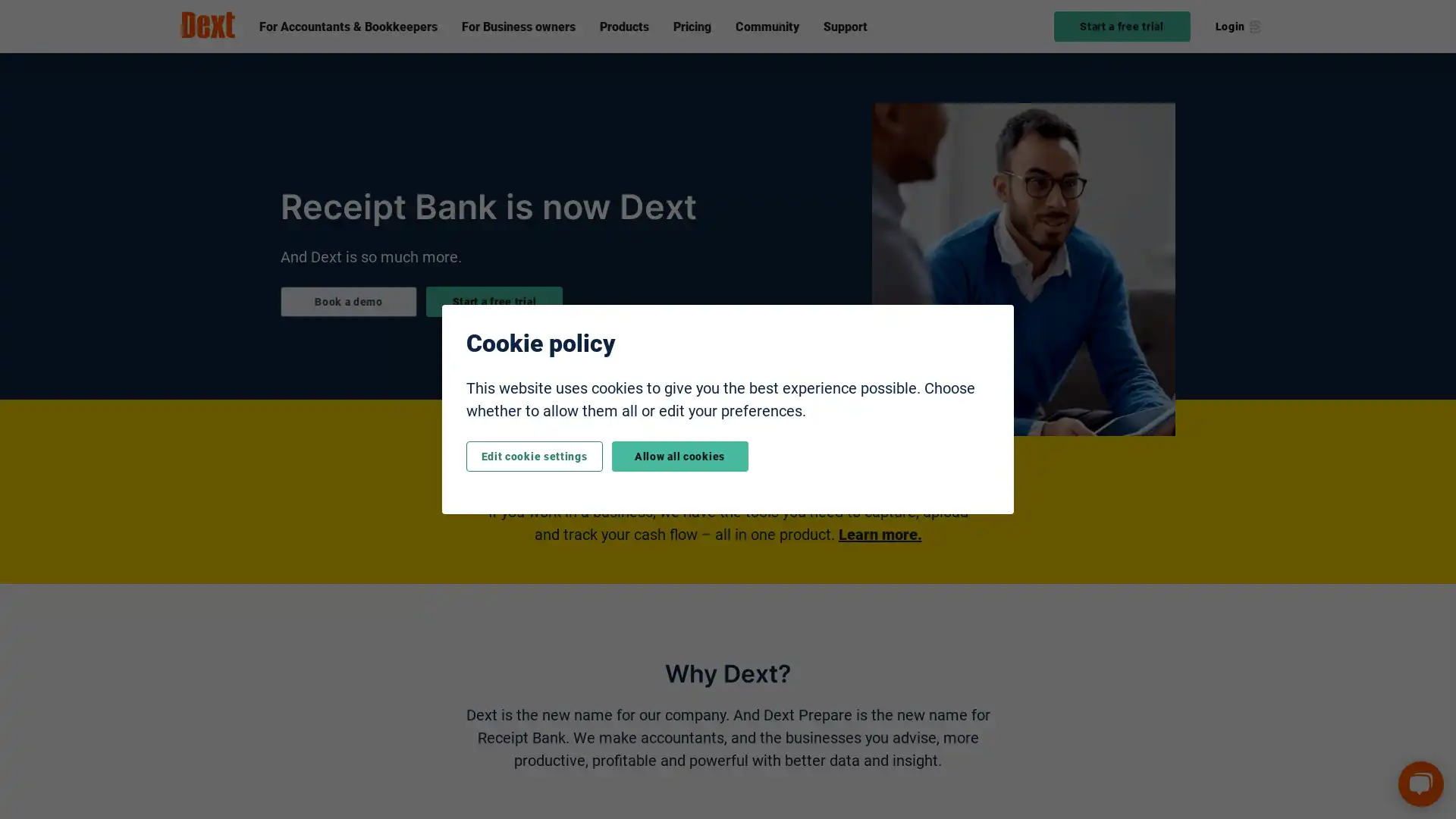  Describe the element at coordinates (534, 455) in the screenshot. I see `Edit cookie settings` at that location.